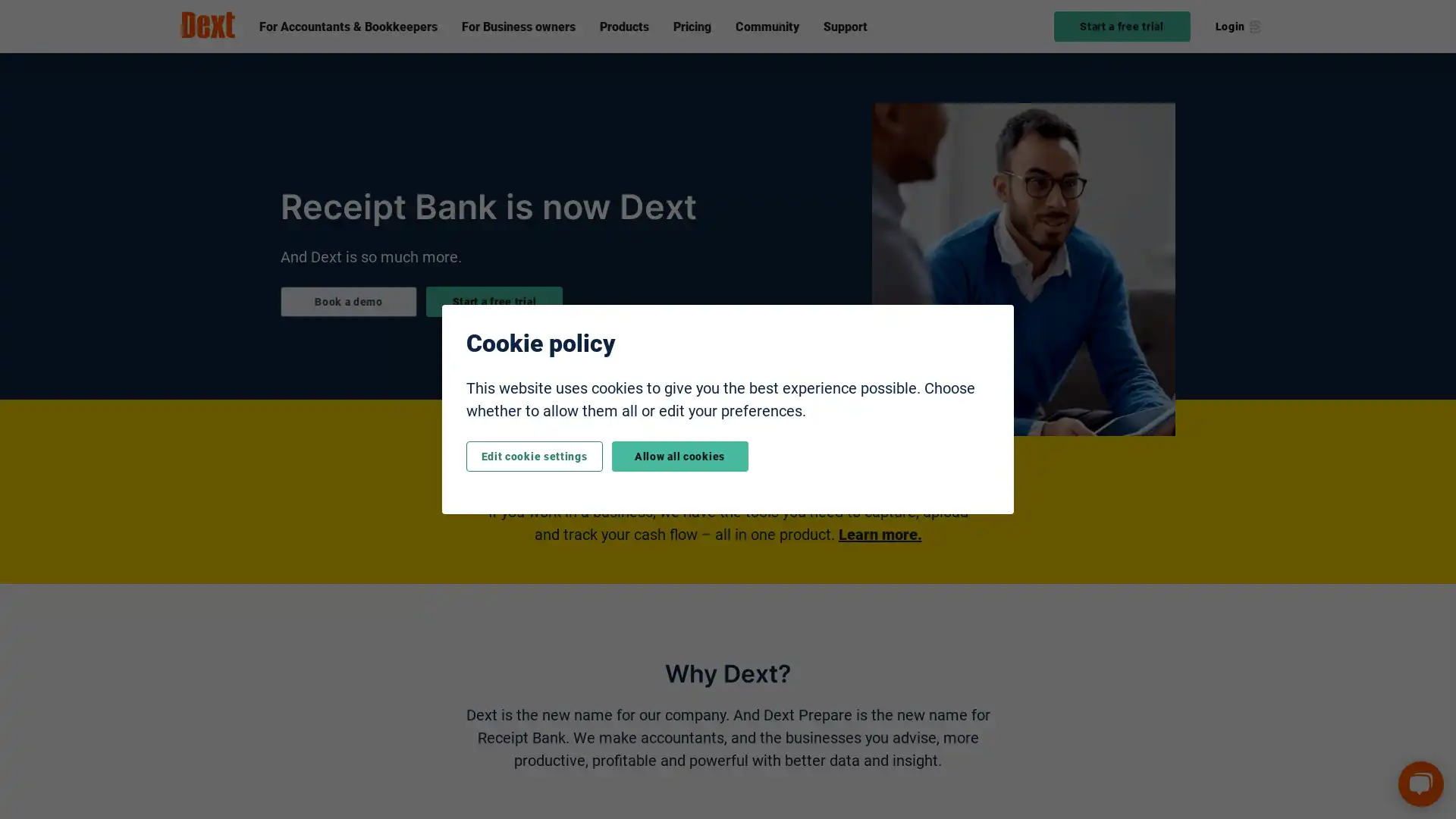  Describe the element at coordinates (534, 455) in the screenshot. I see `Edit cookie settings` at that location.